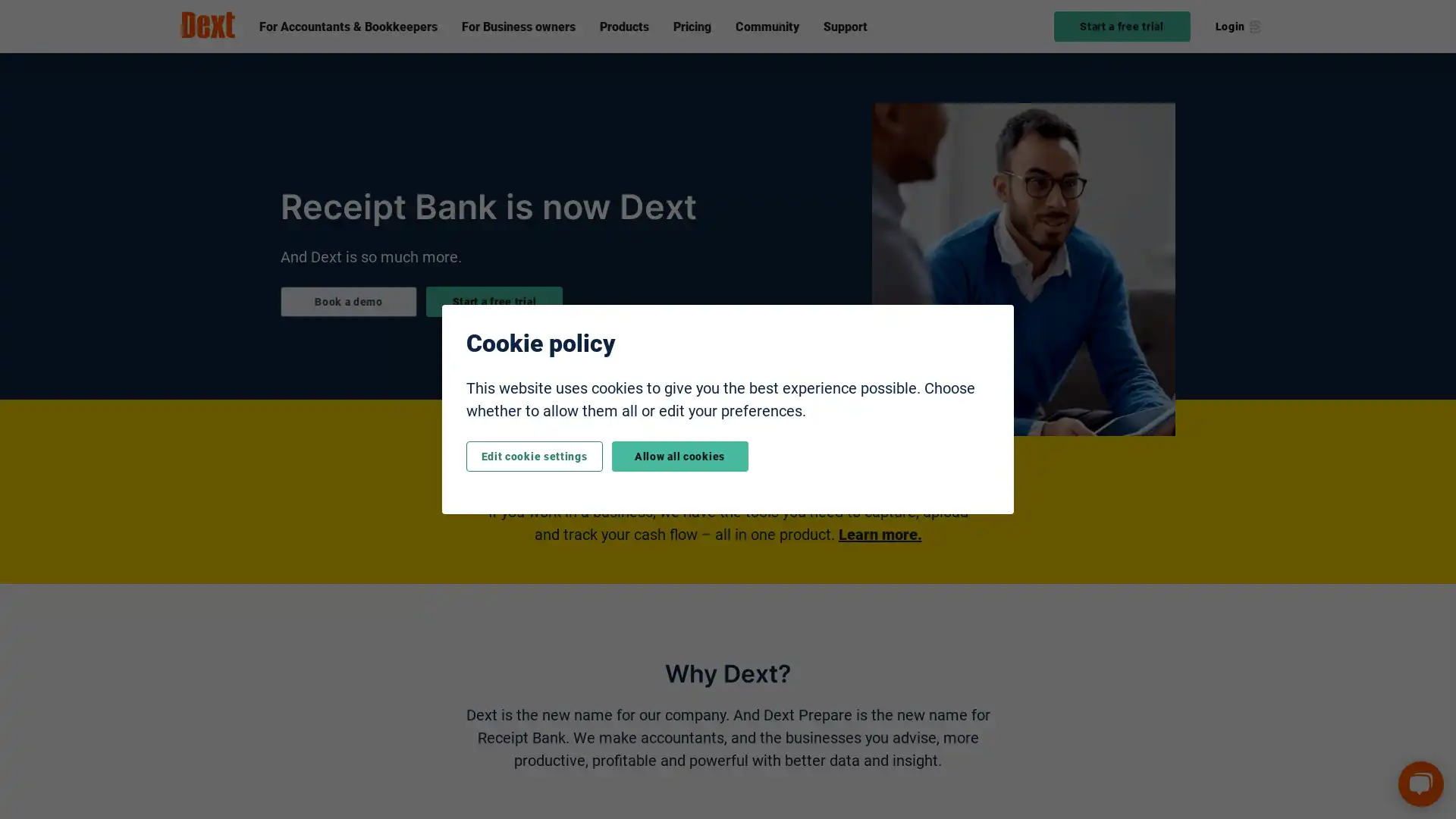  Describe the element at coordinates (534, 455) in the screenshot. I see `Edit cookie settings` at that location.